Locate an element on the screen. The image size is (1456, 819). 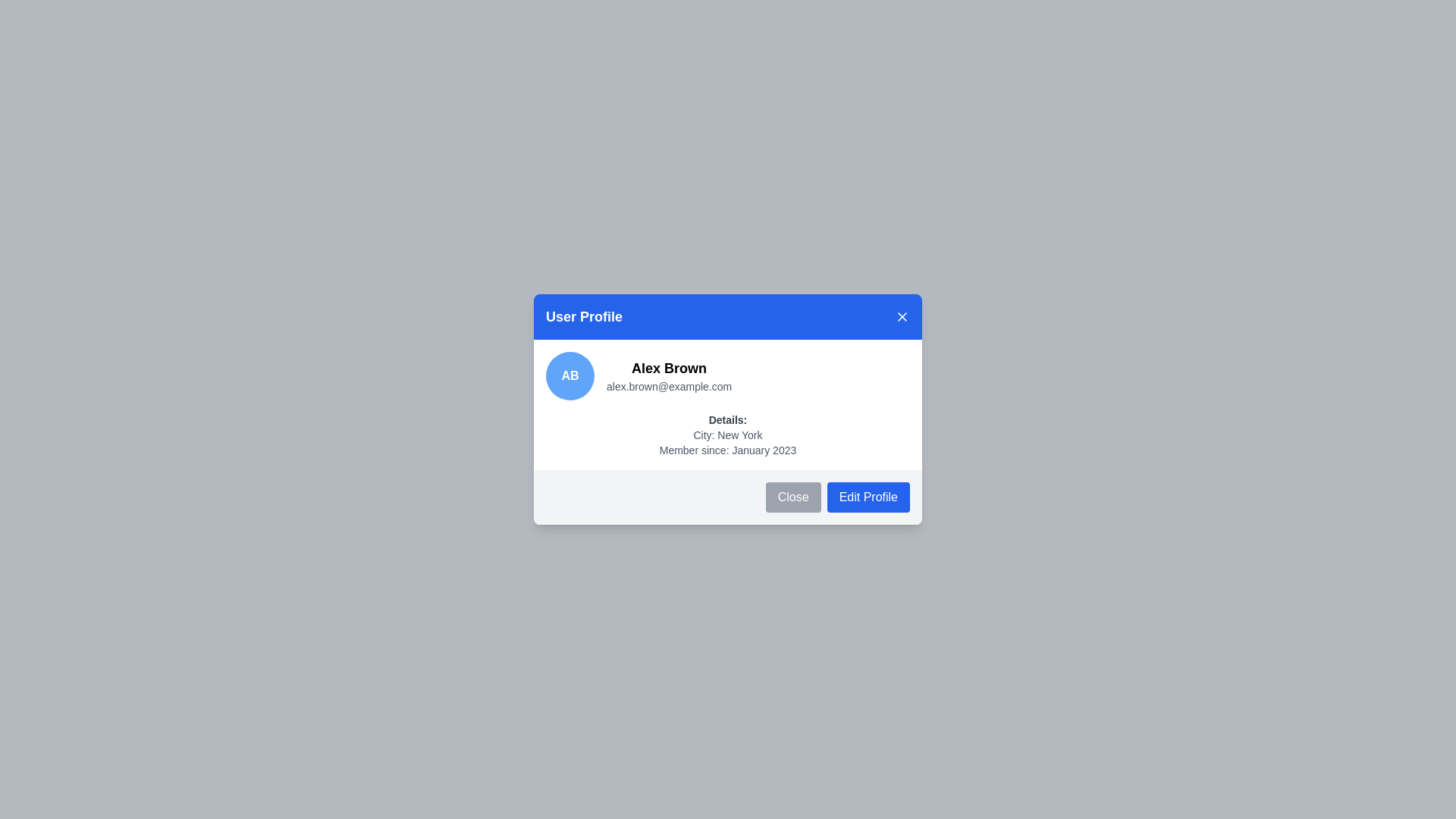
the close button with an 'X' icon at the top-right corner of the 'User Profile' modal header is located at coordinates (902, 315).